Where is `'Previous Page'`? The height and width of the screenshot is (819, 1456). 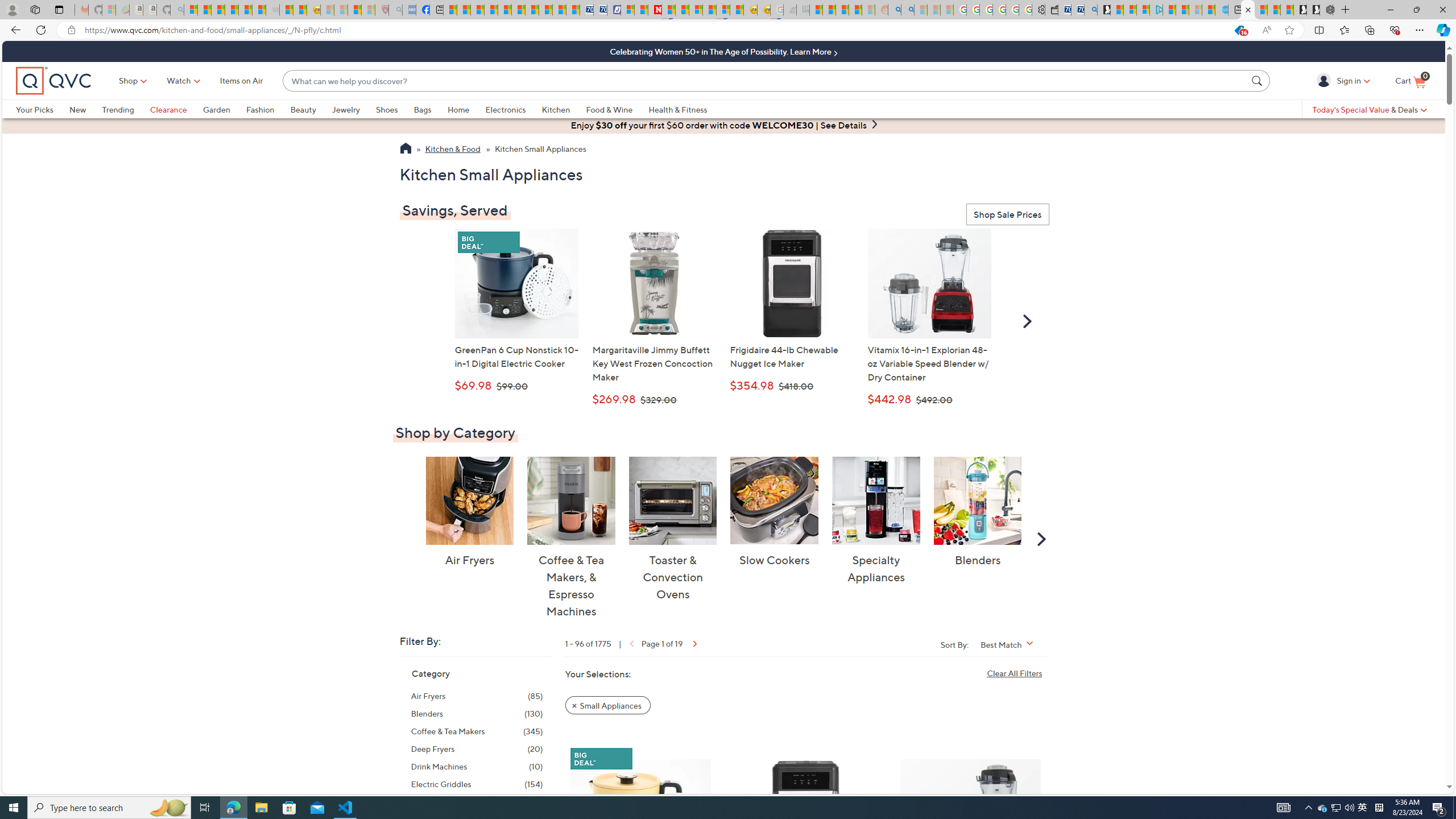 'Previous Page' is located at coordinates (630, 643).